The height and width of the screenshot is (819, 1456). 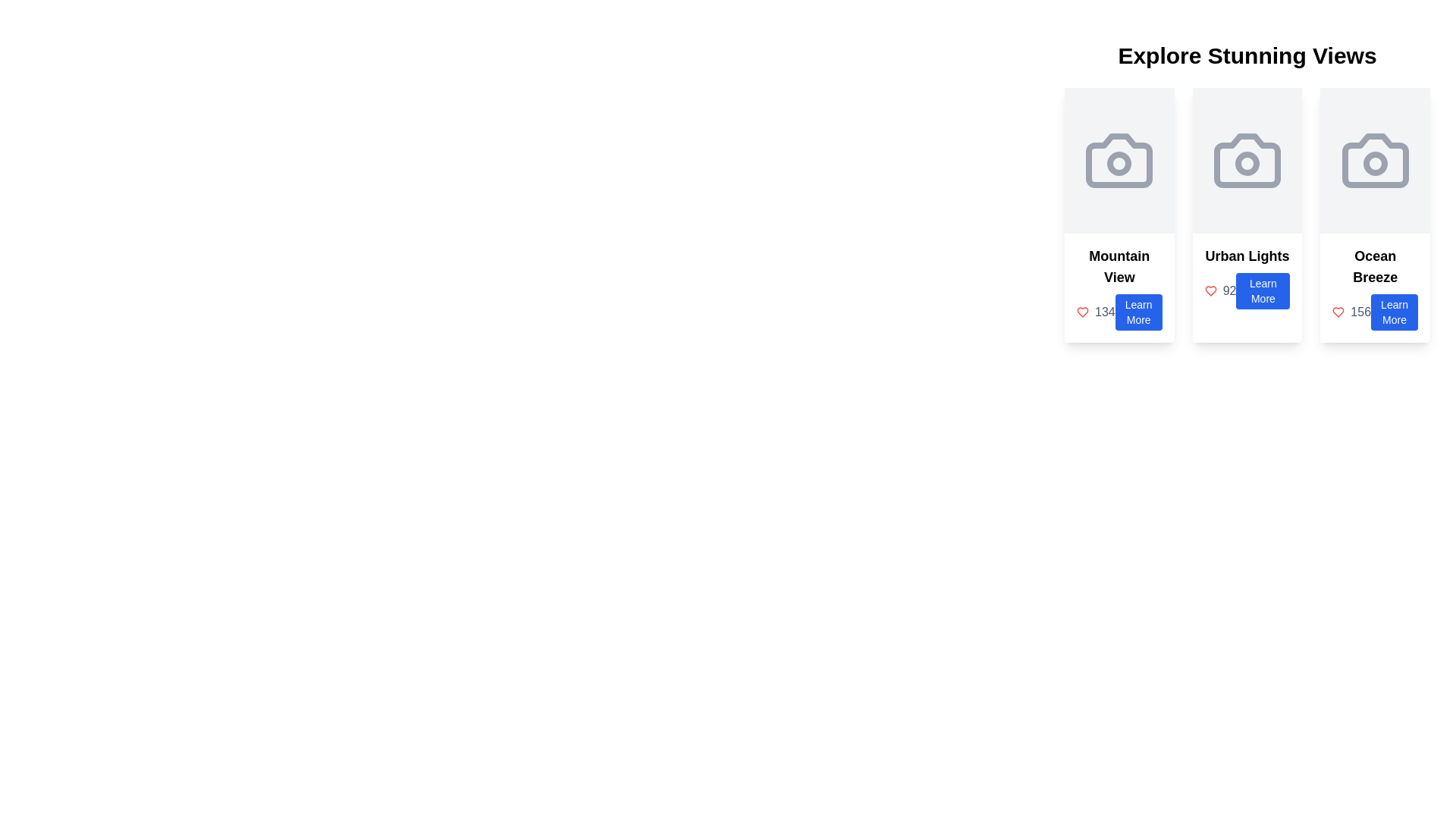 I want to click on the camera icon located on the rightmost card titled 'Ocean Breeze', positioned in the top center of the card, indicating functionality related to photography, so click(x=1375, y=161).